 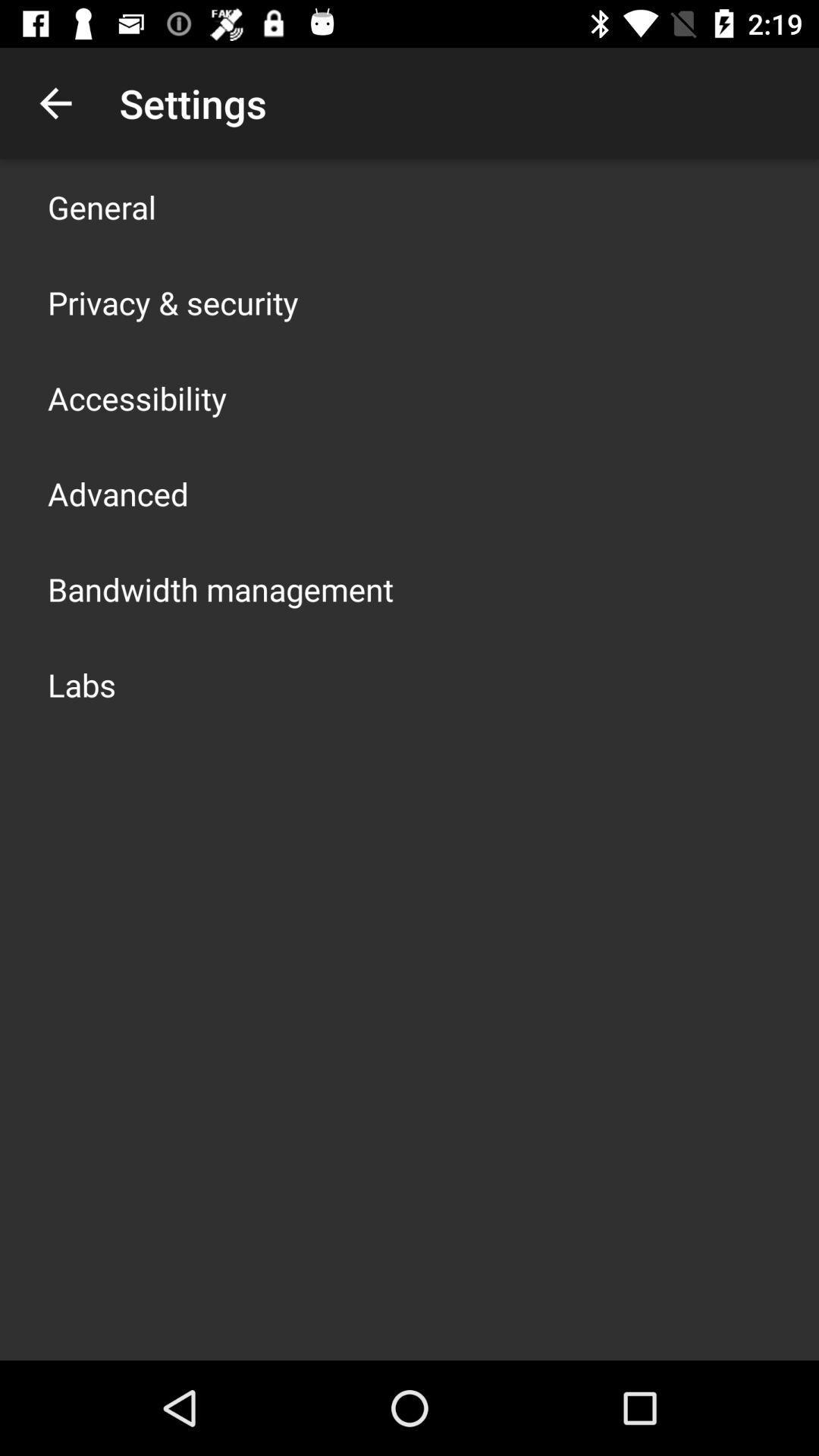 What do you see at coordinates (117, 494) in the screenshot?
I see `the advanced` at bounding box center [117, 494].